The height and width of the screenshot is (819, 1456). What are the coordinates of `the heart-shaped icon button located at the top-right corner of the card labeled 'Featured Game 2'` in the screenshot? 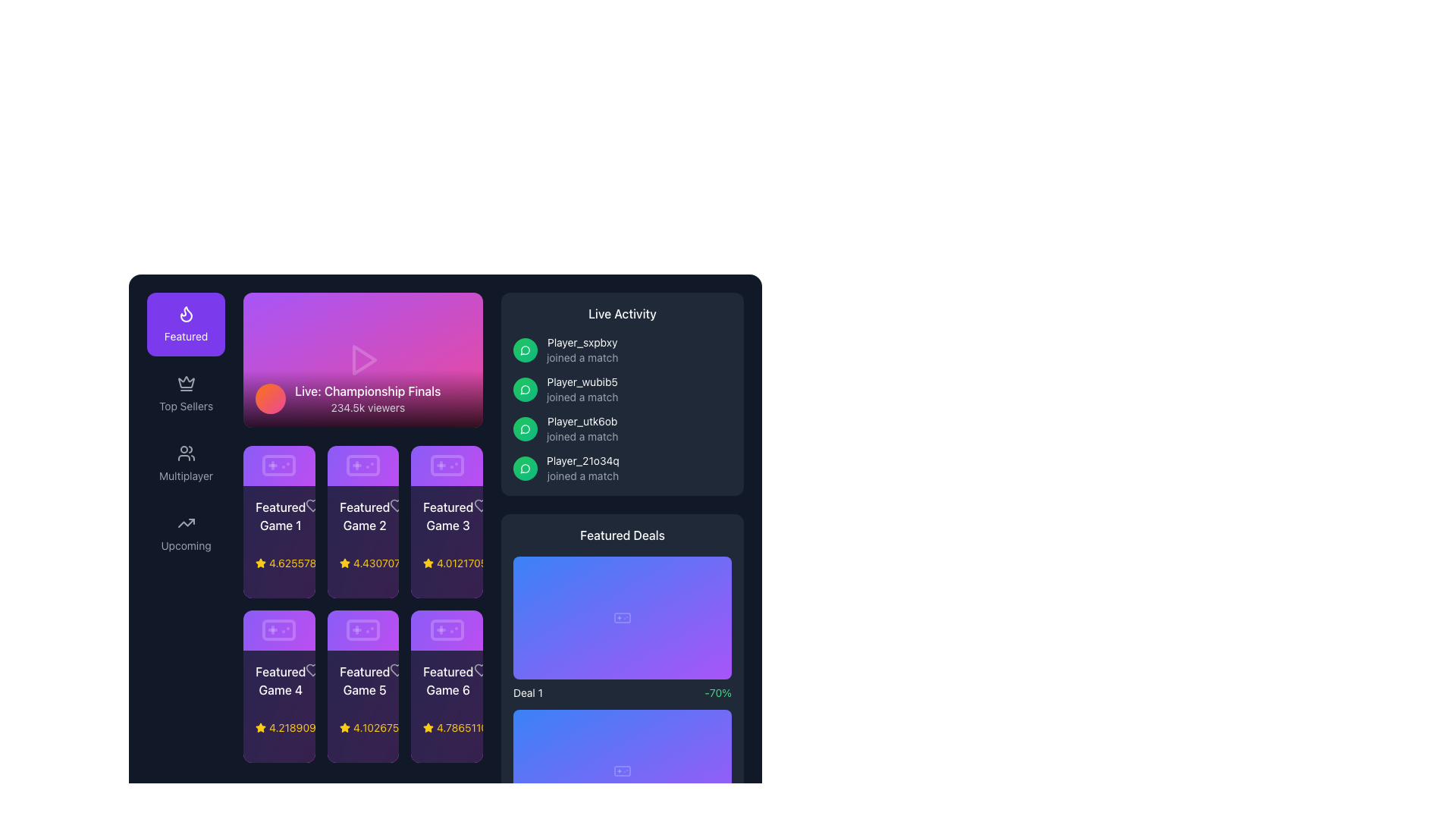 It's located at (397, 505).